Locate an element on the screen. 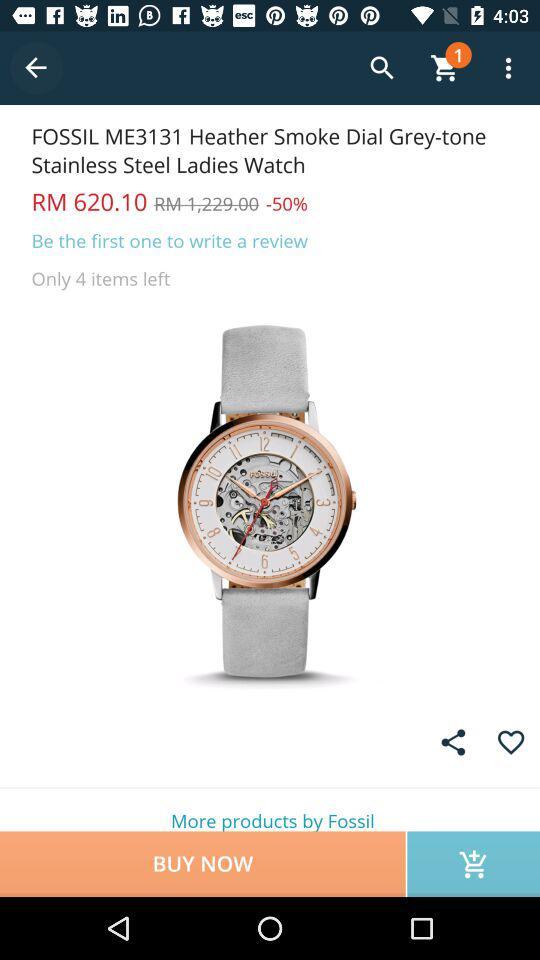 The height and width of the screenshot is (960, 540). page is located at coordinates (511, 741).